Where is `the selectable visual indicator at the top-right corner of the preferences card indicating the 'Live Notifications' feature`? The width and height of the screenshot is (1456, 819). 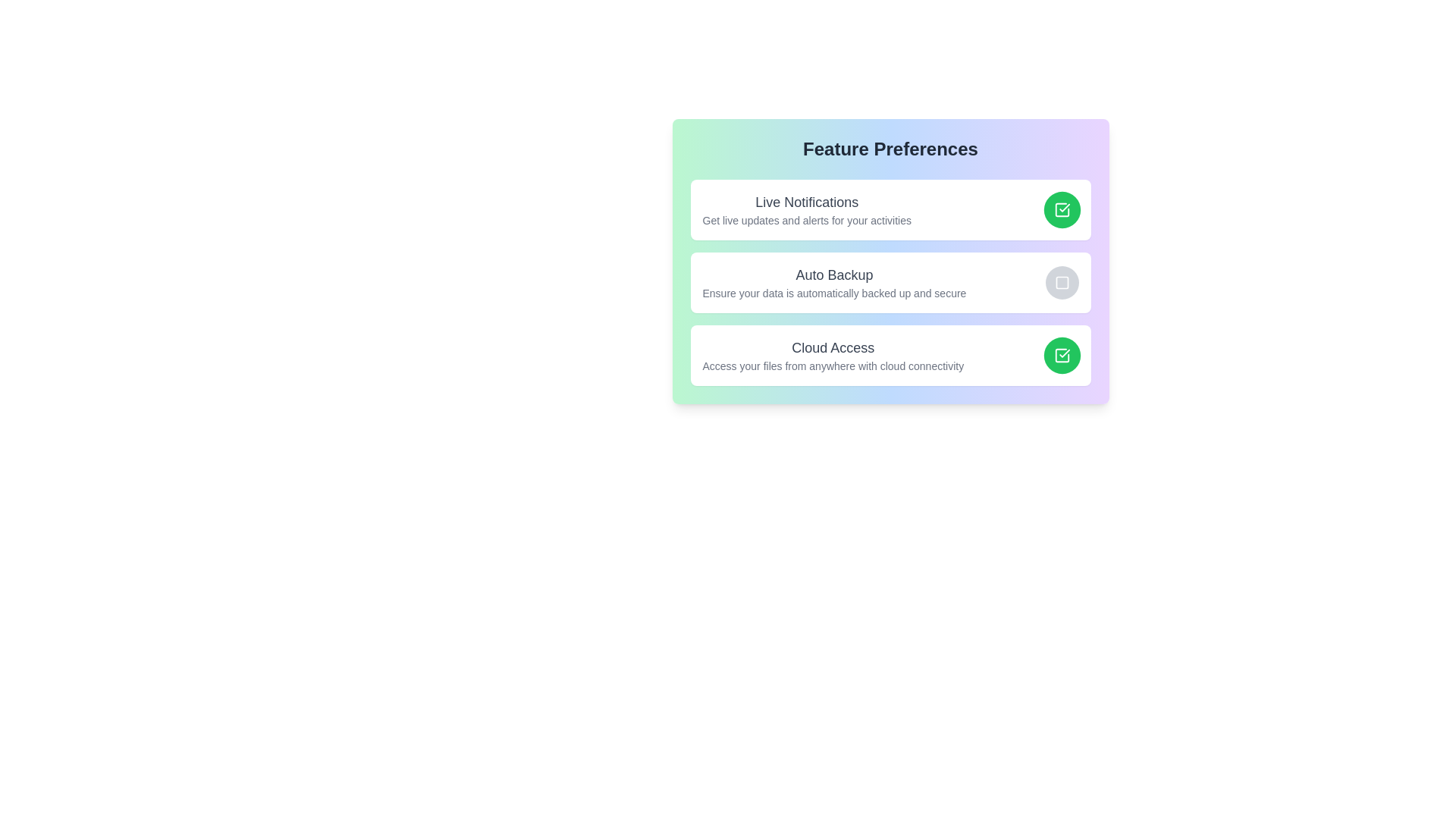 the selectable visual indicator at the top-right corner of the preferences card indicating the 'Live Notifications' feature is located at coordinates (1061, 210).